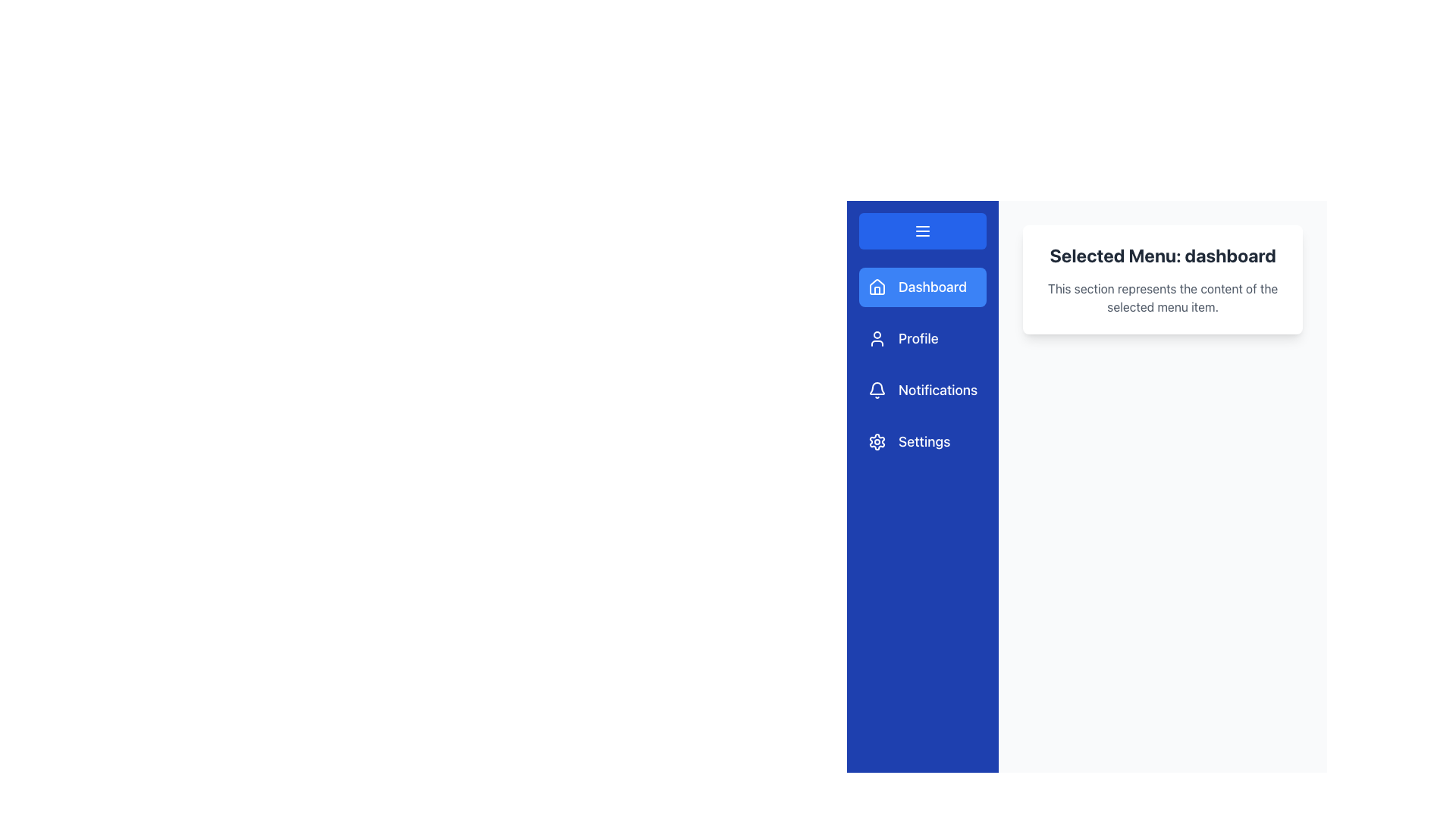  Describe the element at coordinates (922, 390) in the screenshot. I see `the 'Notifications' button in the vertical menu panel` at that location.